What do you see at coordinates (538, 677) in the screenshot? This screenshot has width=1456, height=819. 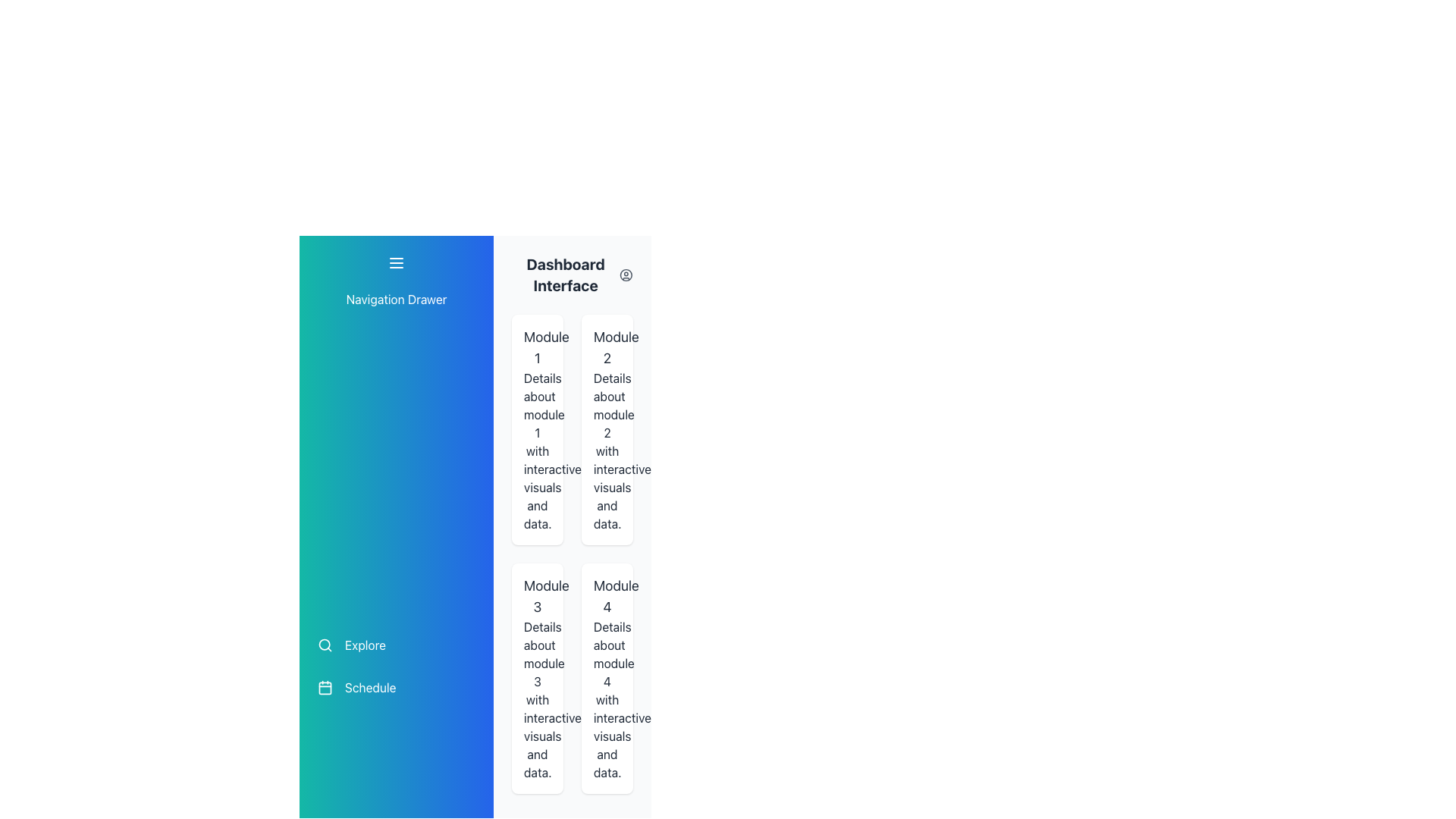 I see `the Information card for Module 3` at bounding box center [538, 677].